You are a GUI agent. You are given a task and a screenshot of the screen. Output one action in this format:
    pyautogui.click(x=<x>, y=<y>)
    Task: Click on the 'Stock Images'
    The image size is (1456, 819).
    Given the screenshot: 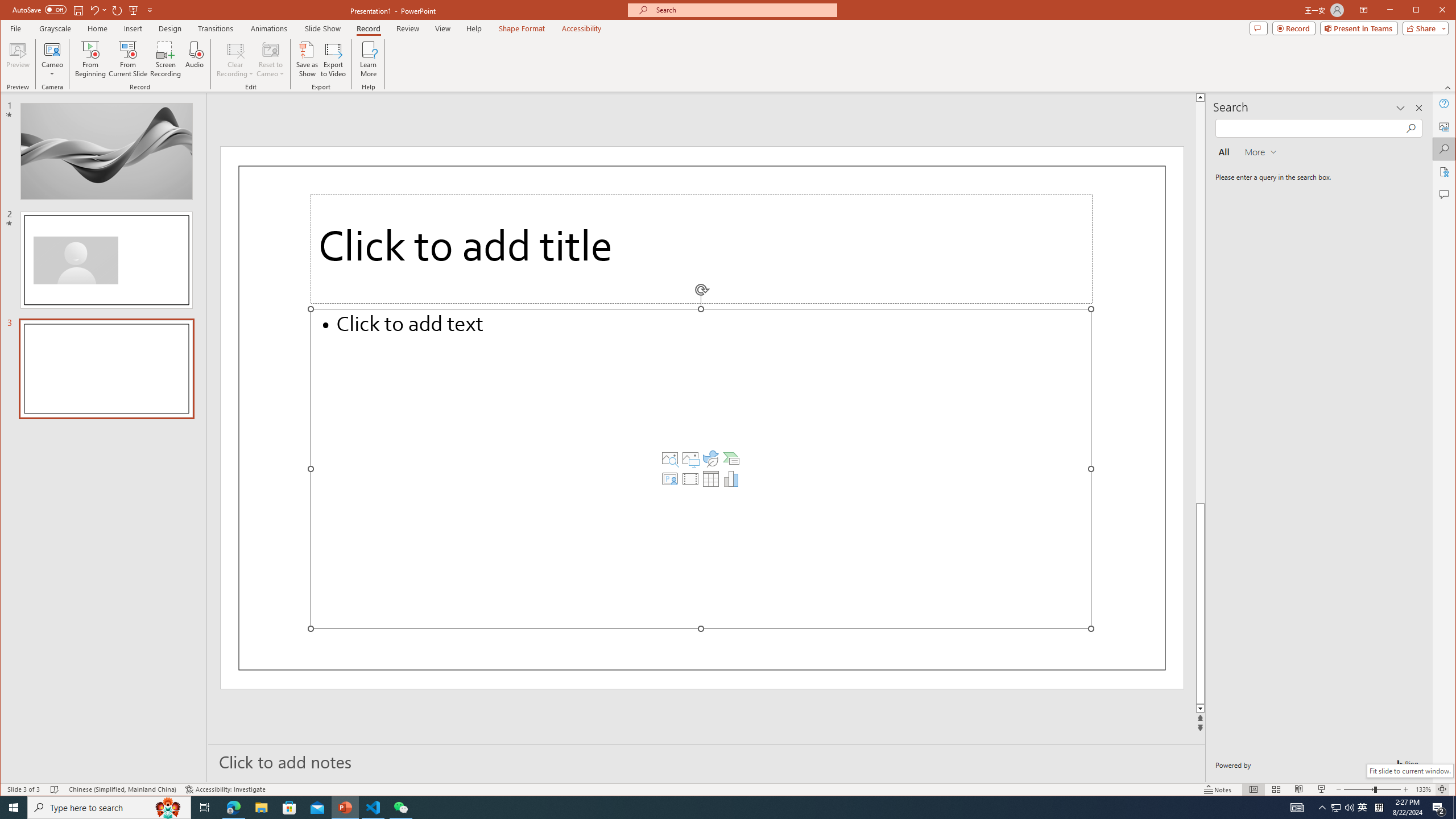 What is the action you would take?
    pyautogui.click(x=669, y=458)
    